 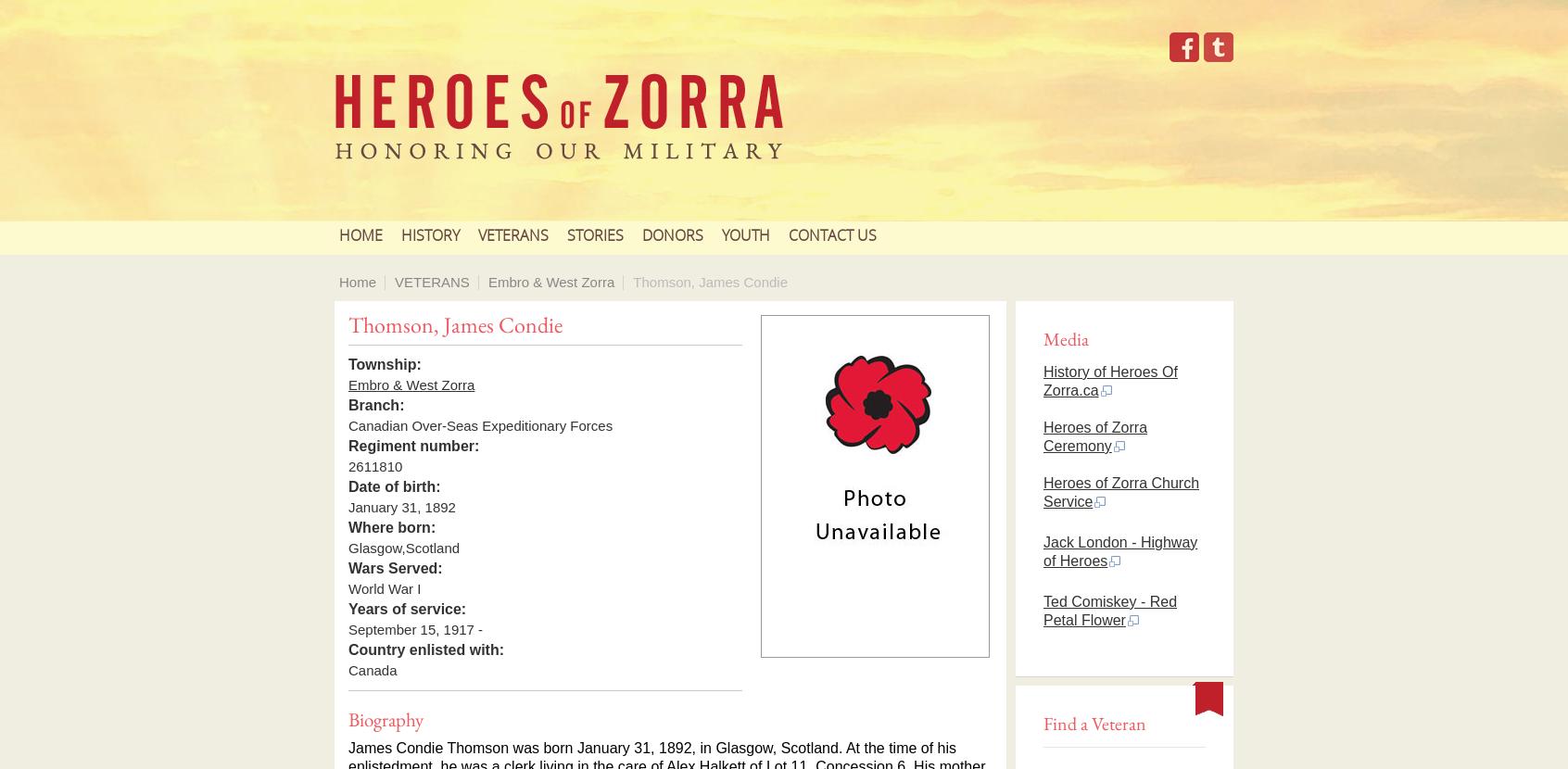 What do you see at coordinates (425, 649) in the screenshot?
I see `'Country enlisted with:'` at bounding box center [425, 649].